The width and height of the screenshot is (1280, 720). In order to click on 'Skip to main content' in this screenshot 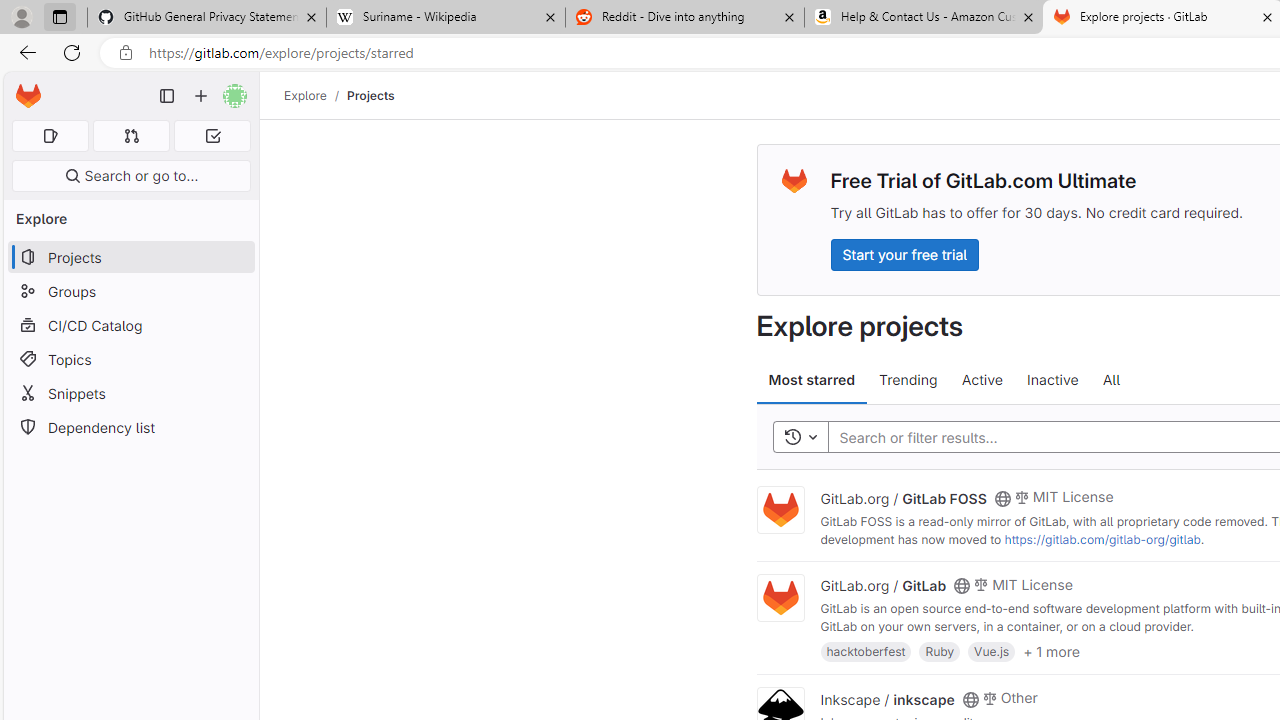, I will do `click(23, 86)`.